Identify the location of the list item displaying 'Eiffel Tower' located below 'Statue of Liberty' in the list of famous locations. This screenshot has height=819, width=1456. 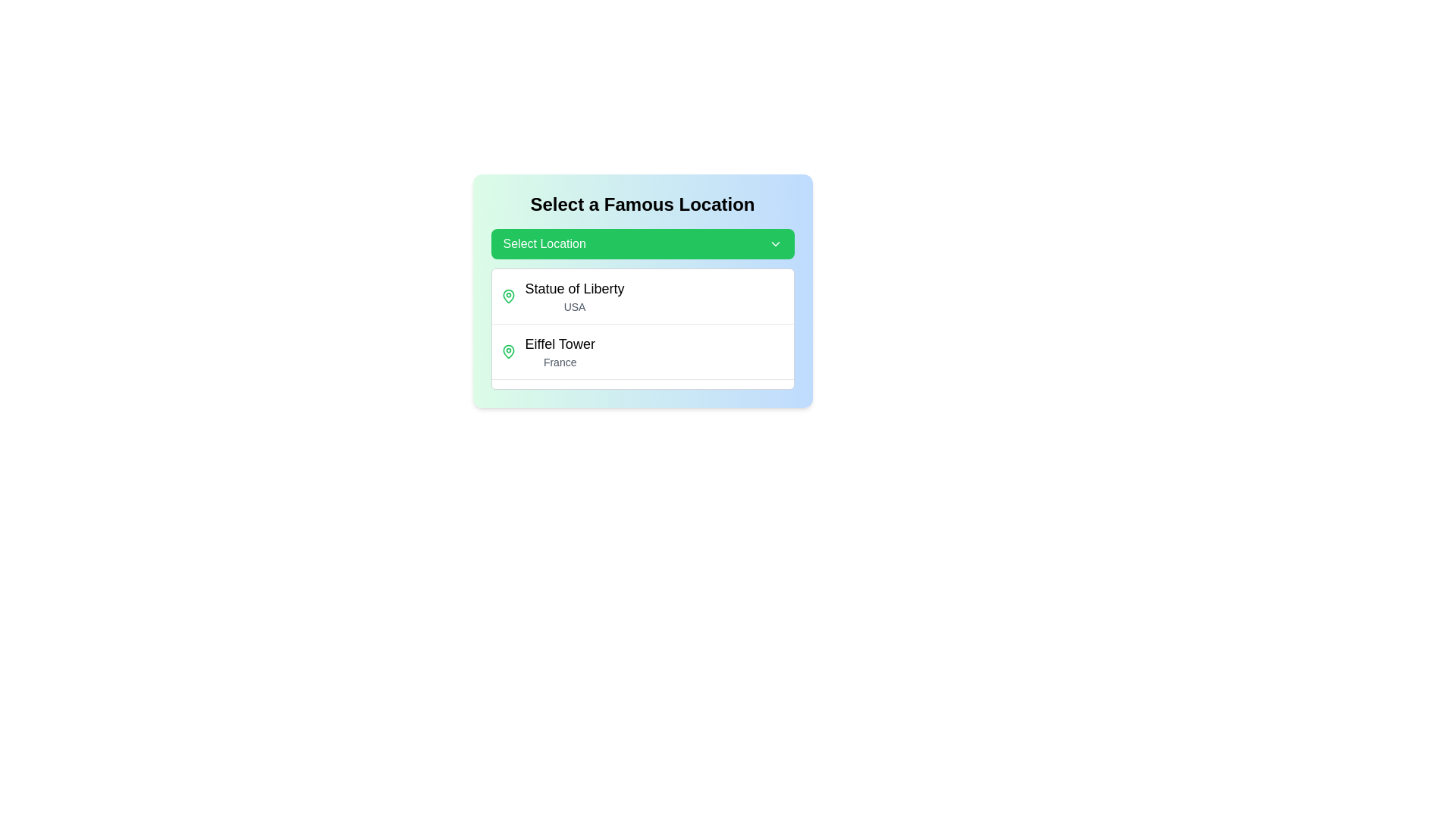
(559, 351).